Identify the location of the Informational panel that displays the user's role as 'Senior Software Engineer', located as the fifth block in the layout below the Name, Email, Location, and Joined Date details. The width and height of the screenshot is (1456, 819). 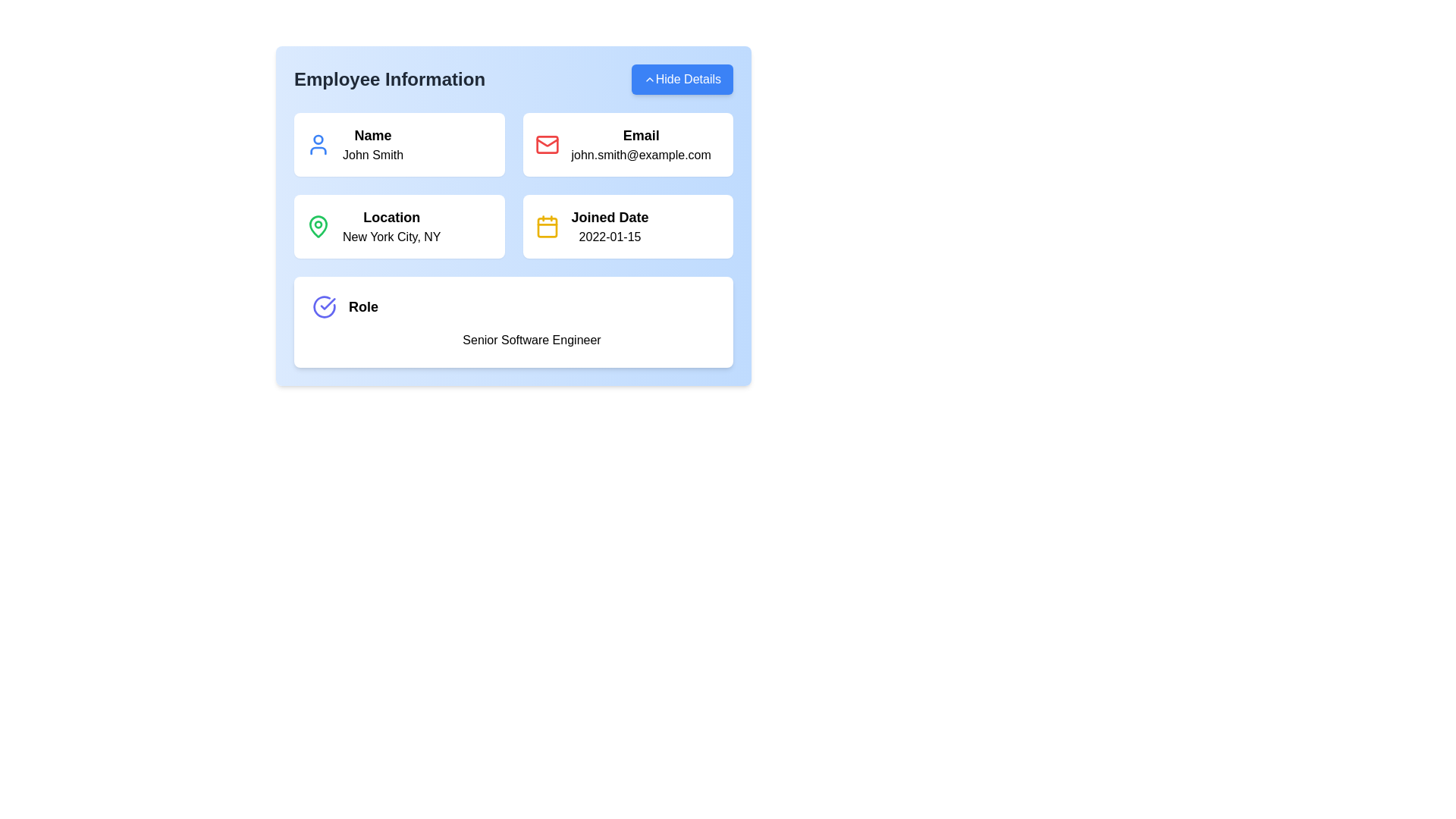
(513, 321).